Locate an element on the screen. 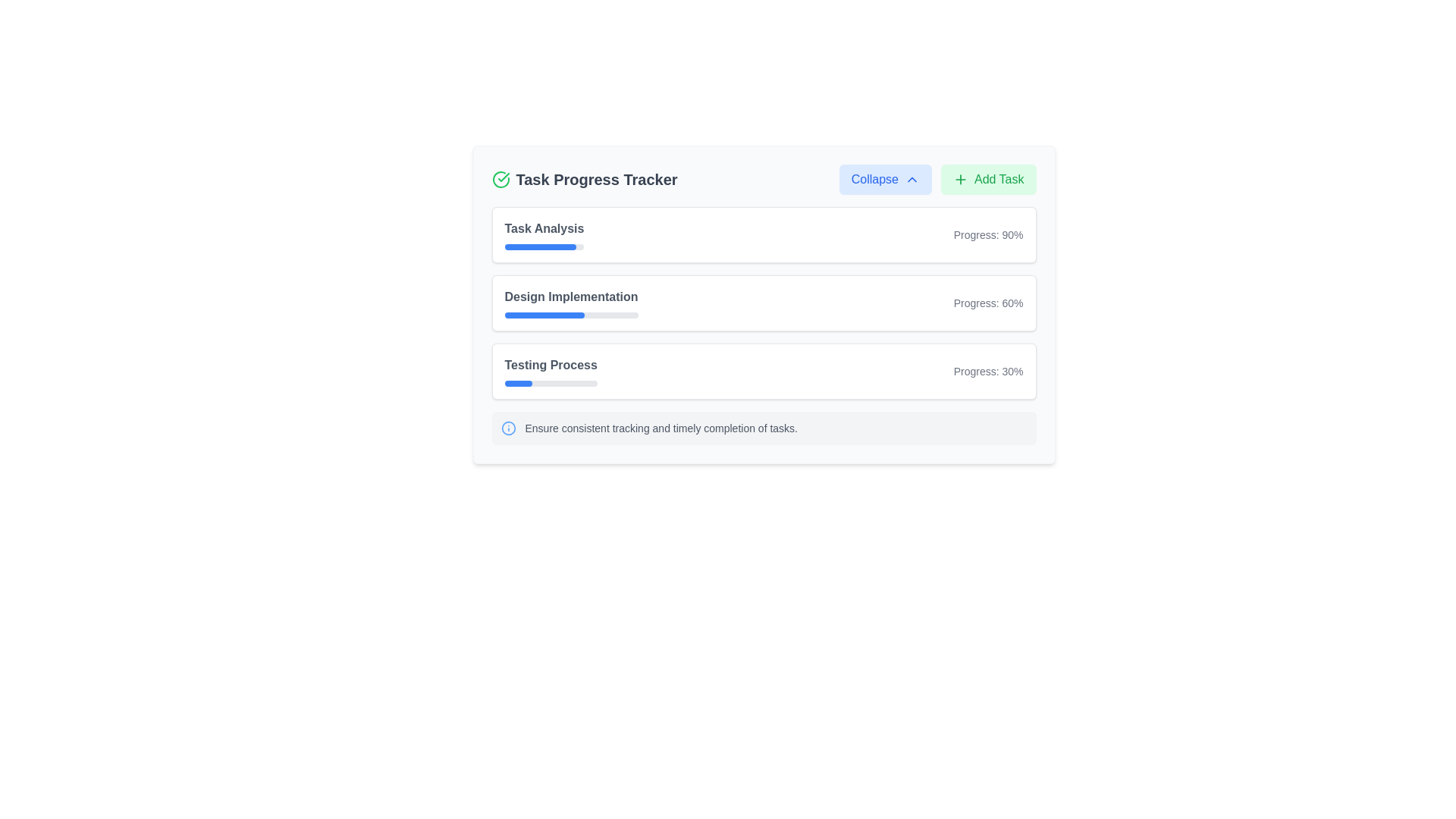 The height and width of the screenshot is (819, 1456). the chevron-up icon located to the immediate right of the 'Collapse' button text is located at coordinates (911, 178).